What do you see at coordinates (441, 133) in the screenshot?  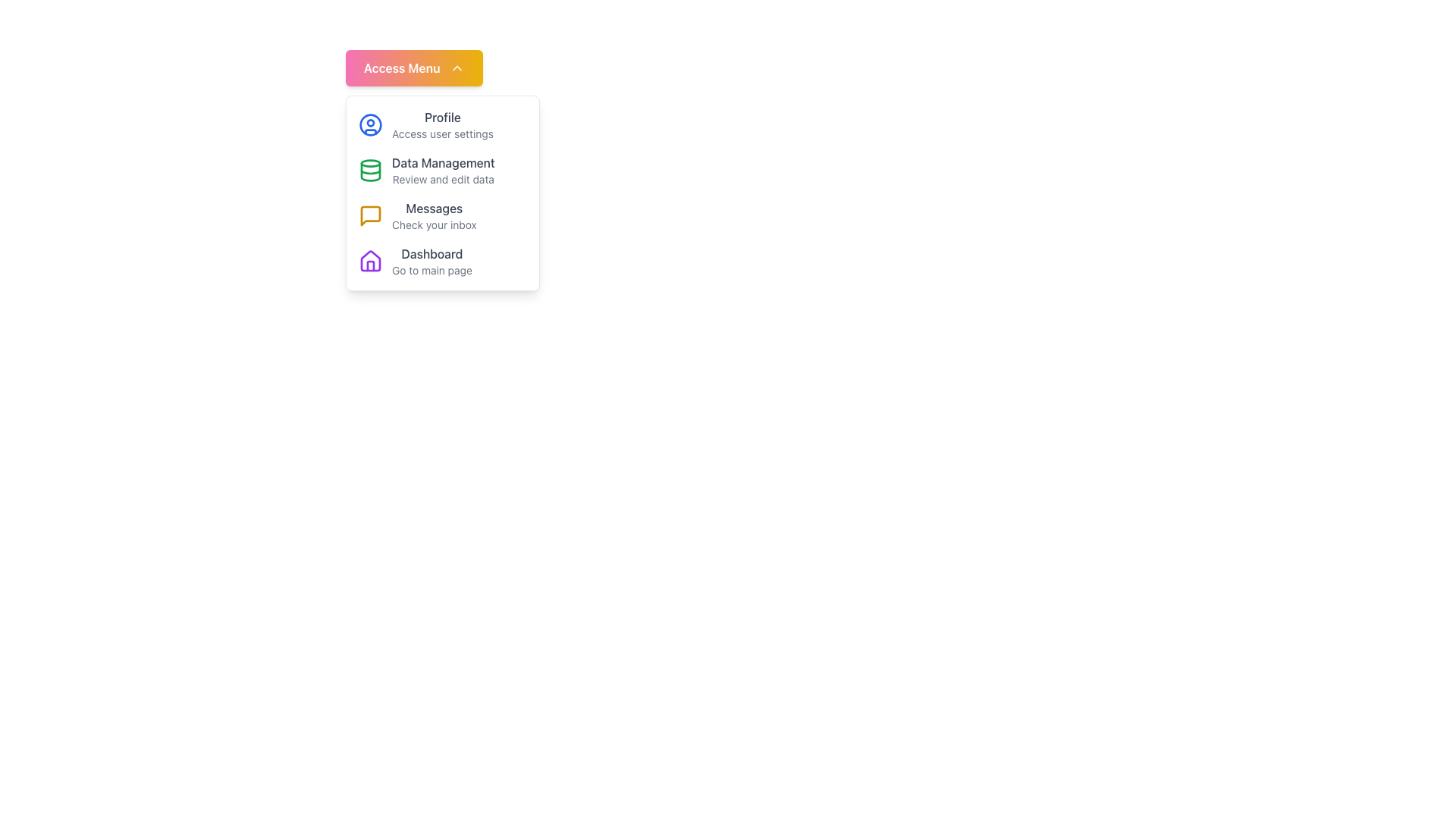 I see `the 'Access user settings' text label located under the 'Profile' label in the dropdown menu` at bounding box center [441, 133].